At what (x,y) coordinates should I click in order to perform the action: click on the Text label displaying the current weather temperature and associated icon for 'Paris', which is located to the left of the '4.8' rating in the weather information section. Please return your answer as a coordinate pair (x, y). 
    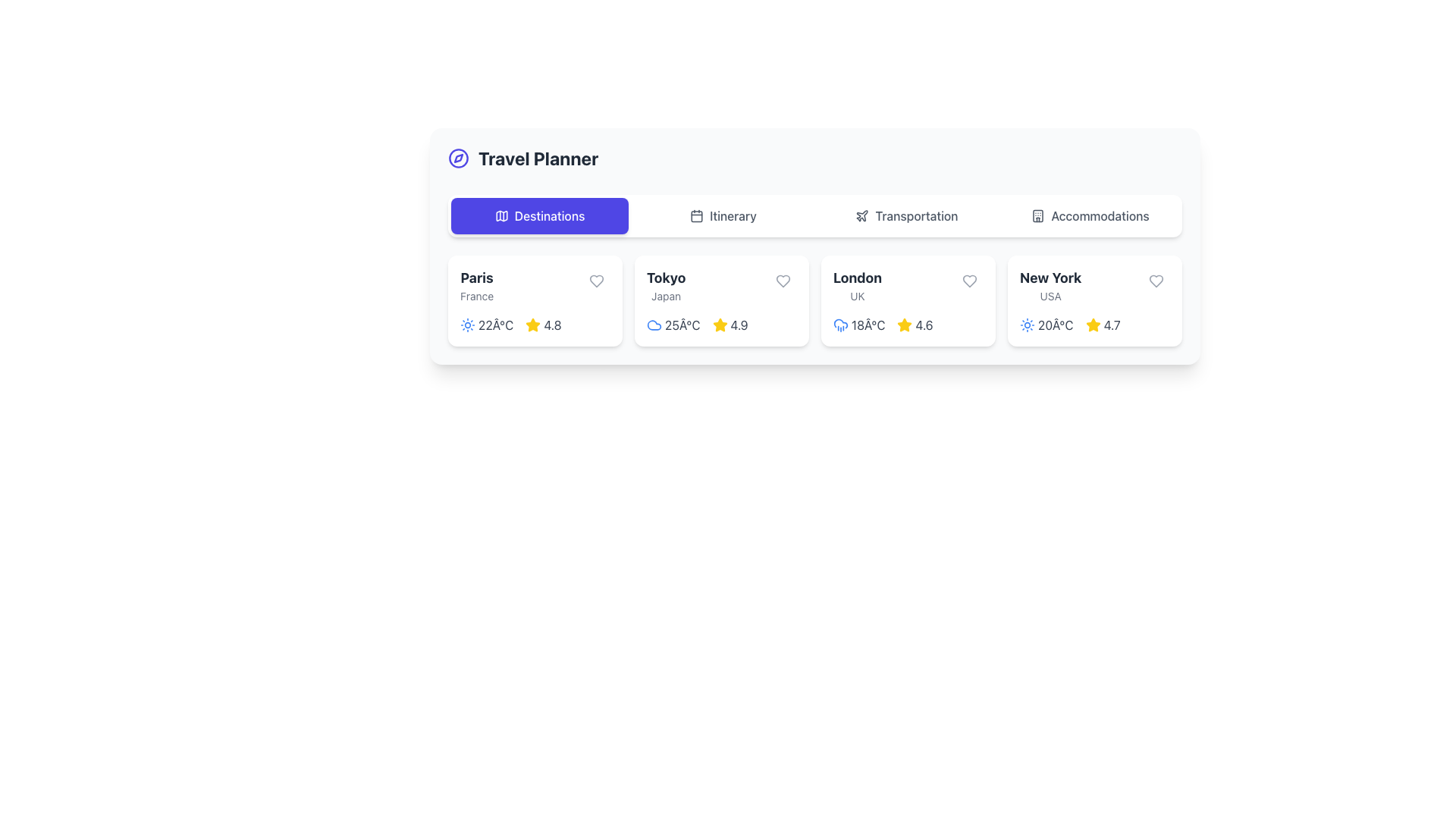
    Looking at the image, I should click on (487, 324).